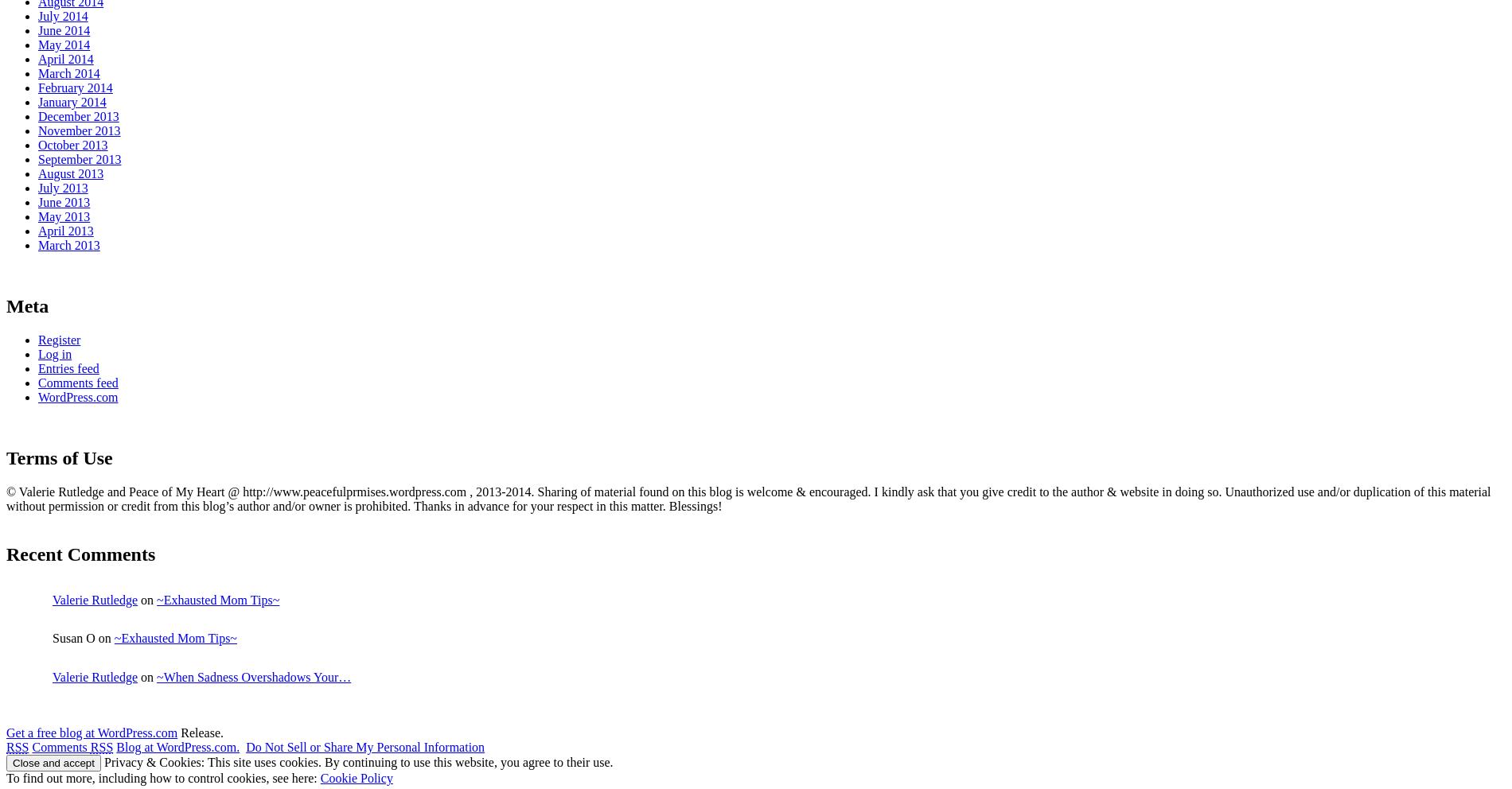 The height and width of the screenshot is (789, 1512). Describe the element at coordinates (63, 187) in the screenshot. I see `'July 2013'` at that location.